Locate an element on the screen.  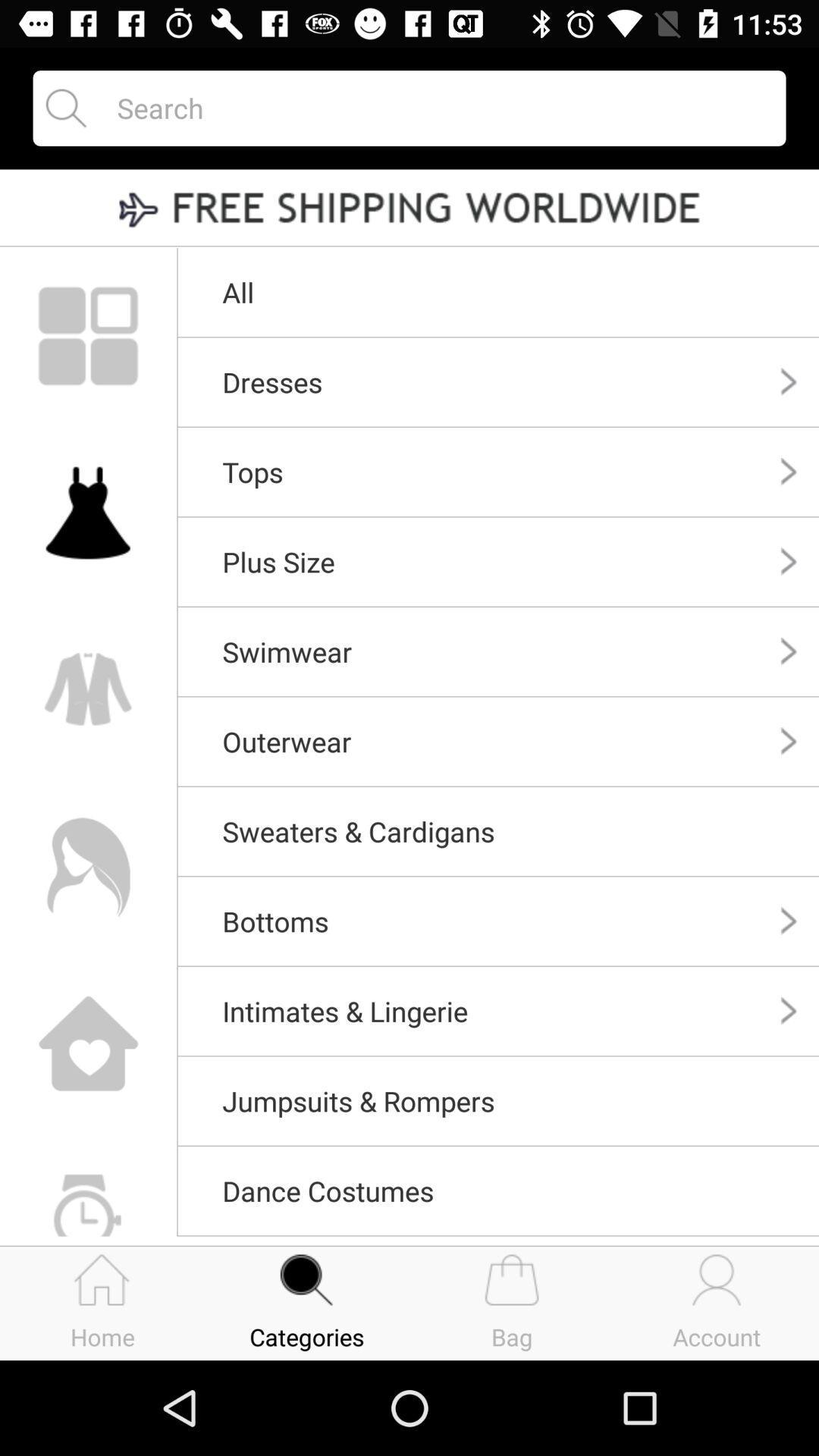
search is located at coordinates (438, 107).